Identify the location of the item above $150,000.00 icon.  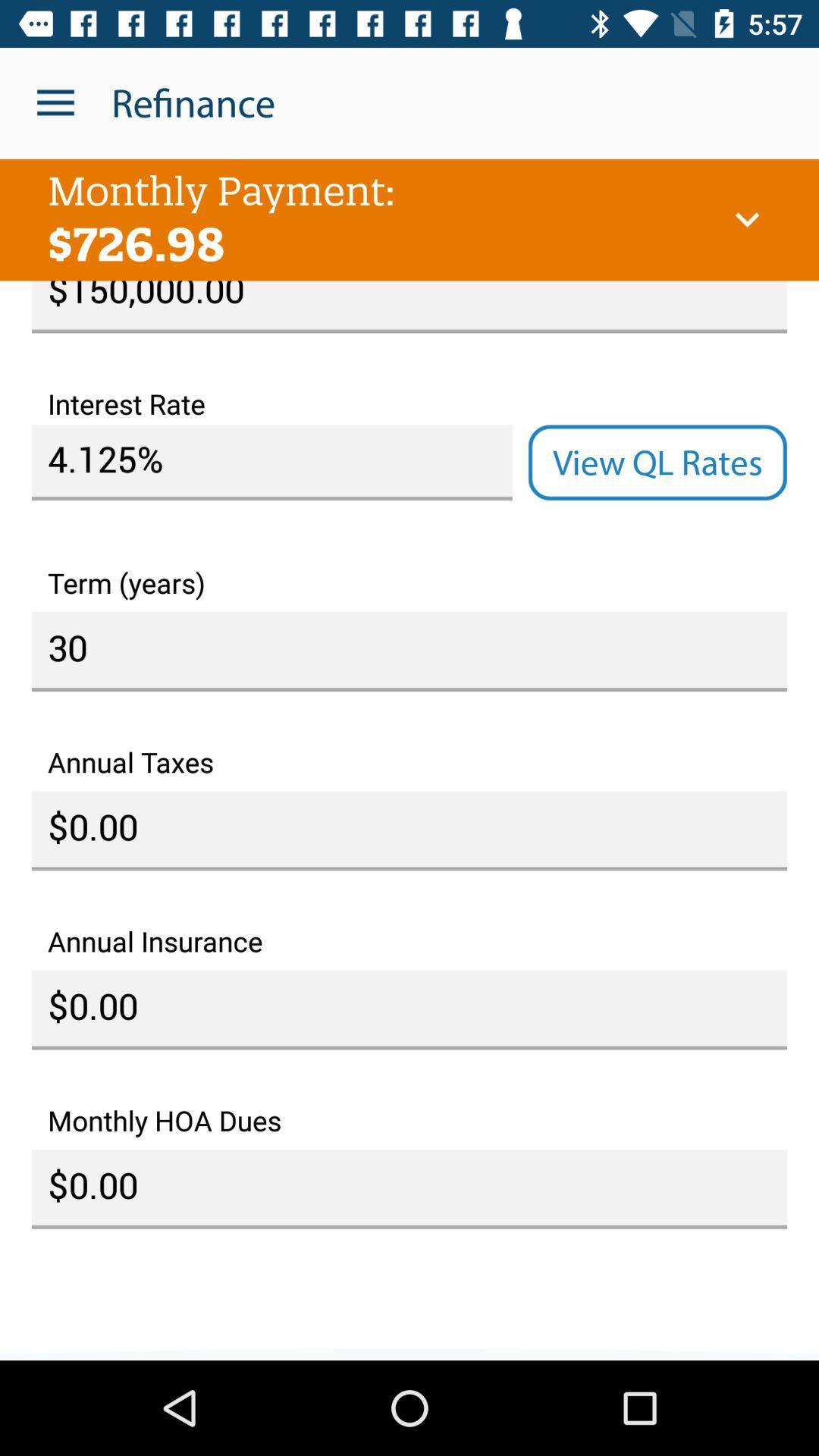
(746, 219).